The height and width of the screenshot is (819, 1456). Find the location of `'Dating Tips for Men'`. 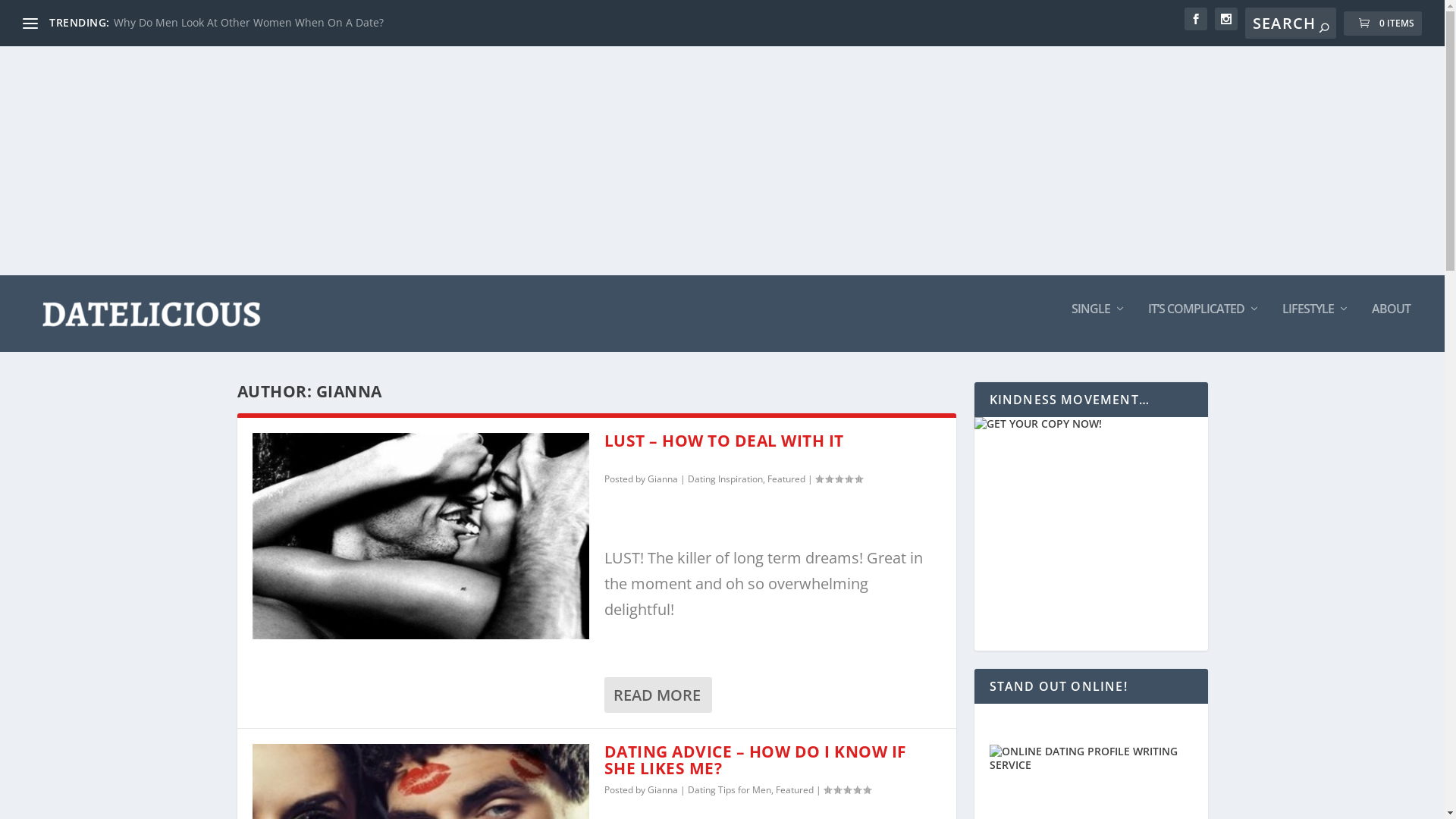

'Dating Tips for Men' is located at coordinates (728, 789).